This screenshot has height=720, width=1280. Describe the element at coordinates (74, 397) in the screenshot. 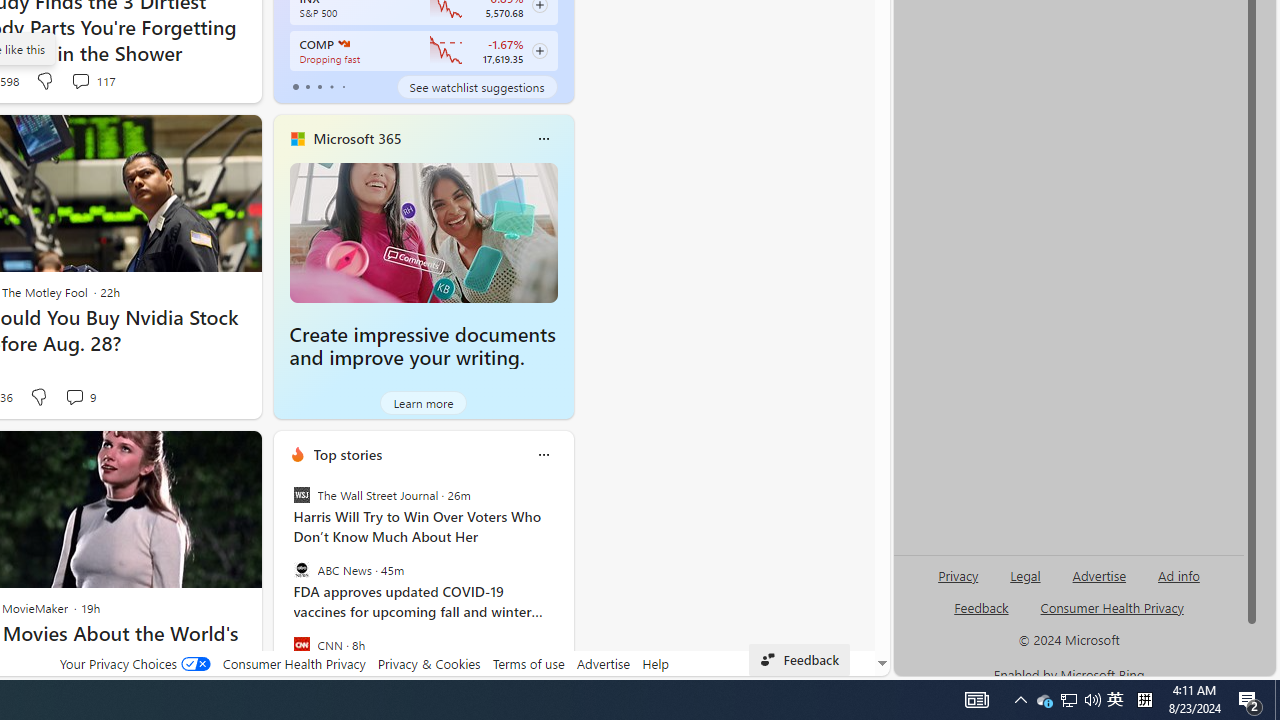

I see `'View comments 9 Comment'` at that location.